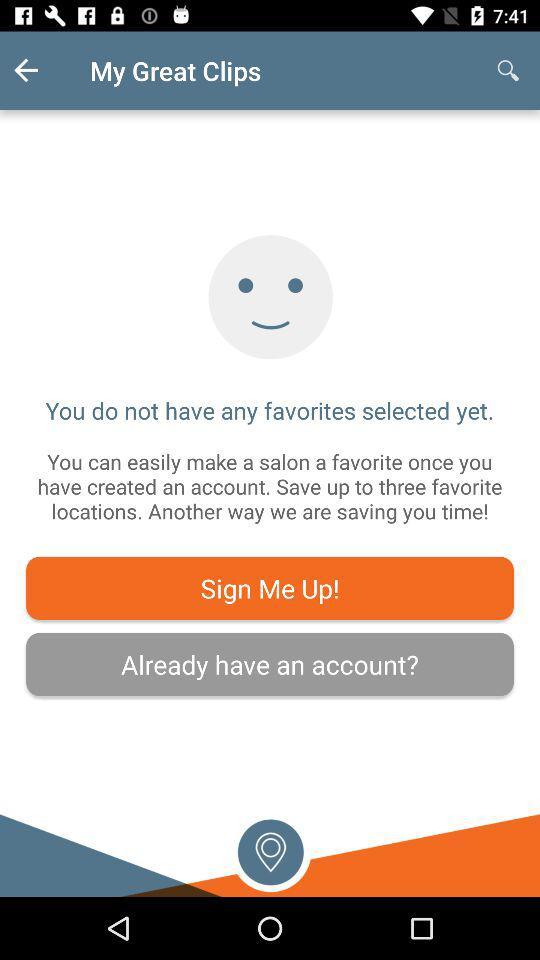 Image resolution: width=540 pixels, height=960 pixels. I want to click on the item below already have an item, so click(270, 849).